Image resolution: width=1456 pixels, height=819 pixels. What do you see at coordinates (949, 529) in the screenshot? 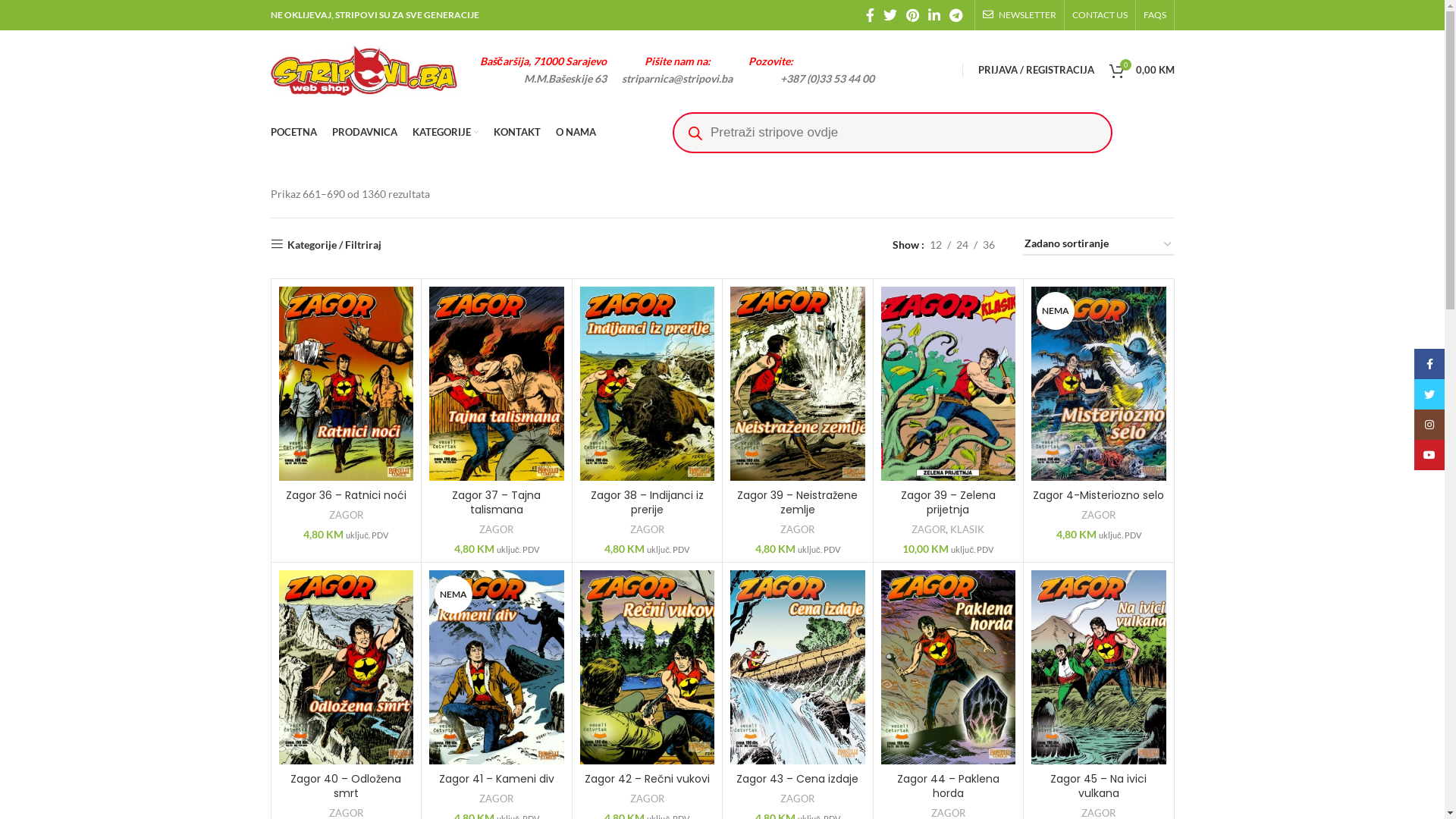
I see `'KLASIK'` at bounding box center [949, 529].